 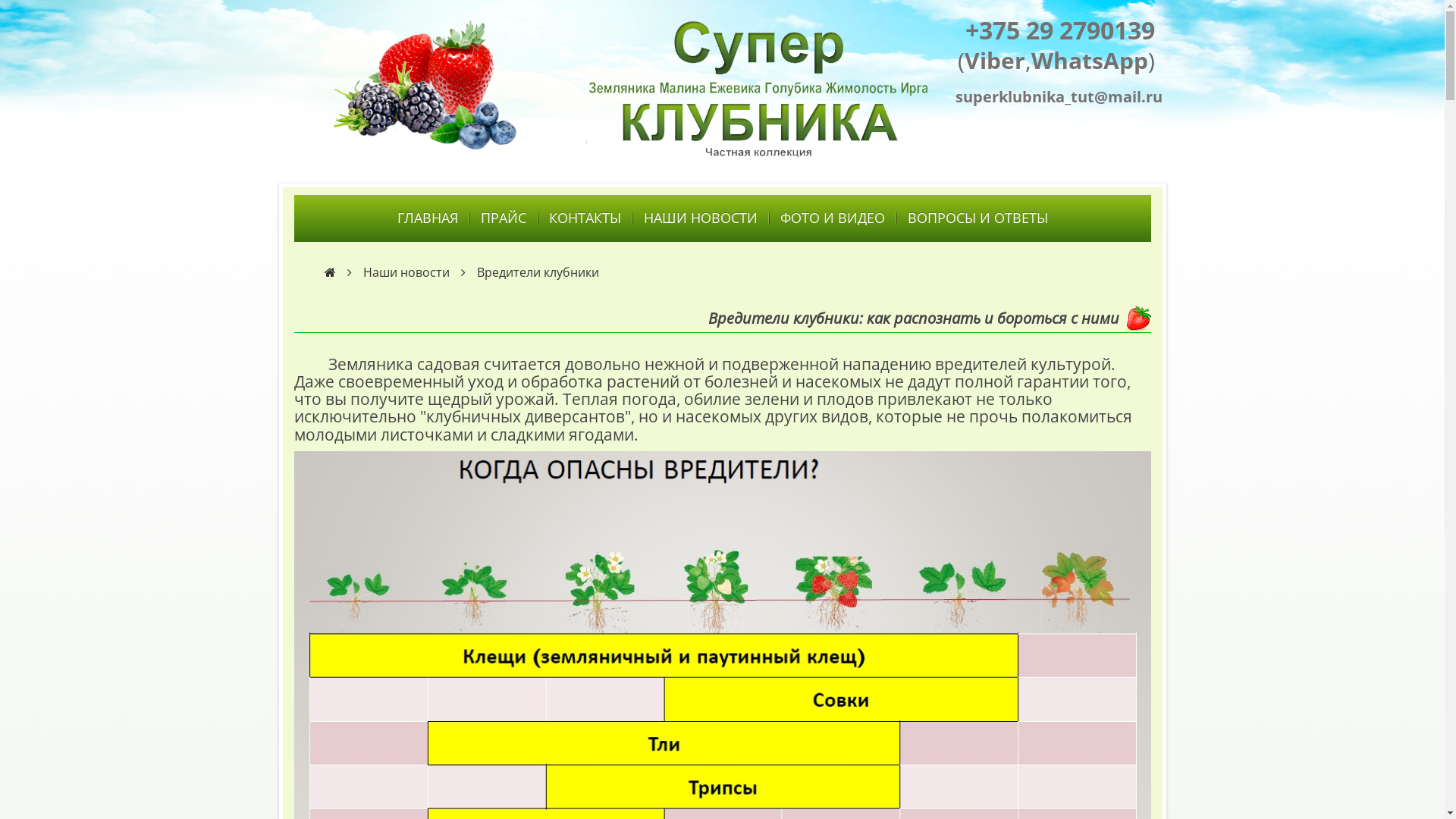 What do you see at coordinates (1088, 59) in the screenshot?
I see `'WhatsApp'` at bounding box center [1088, 59].